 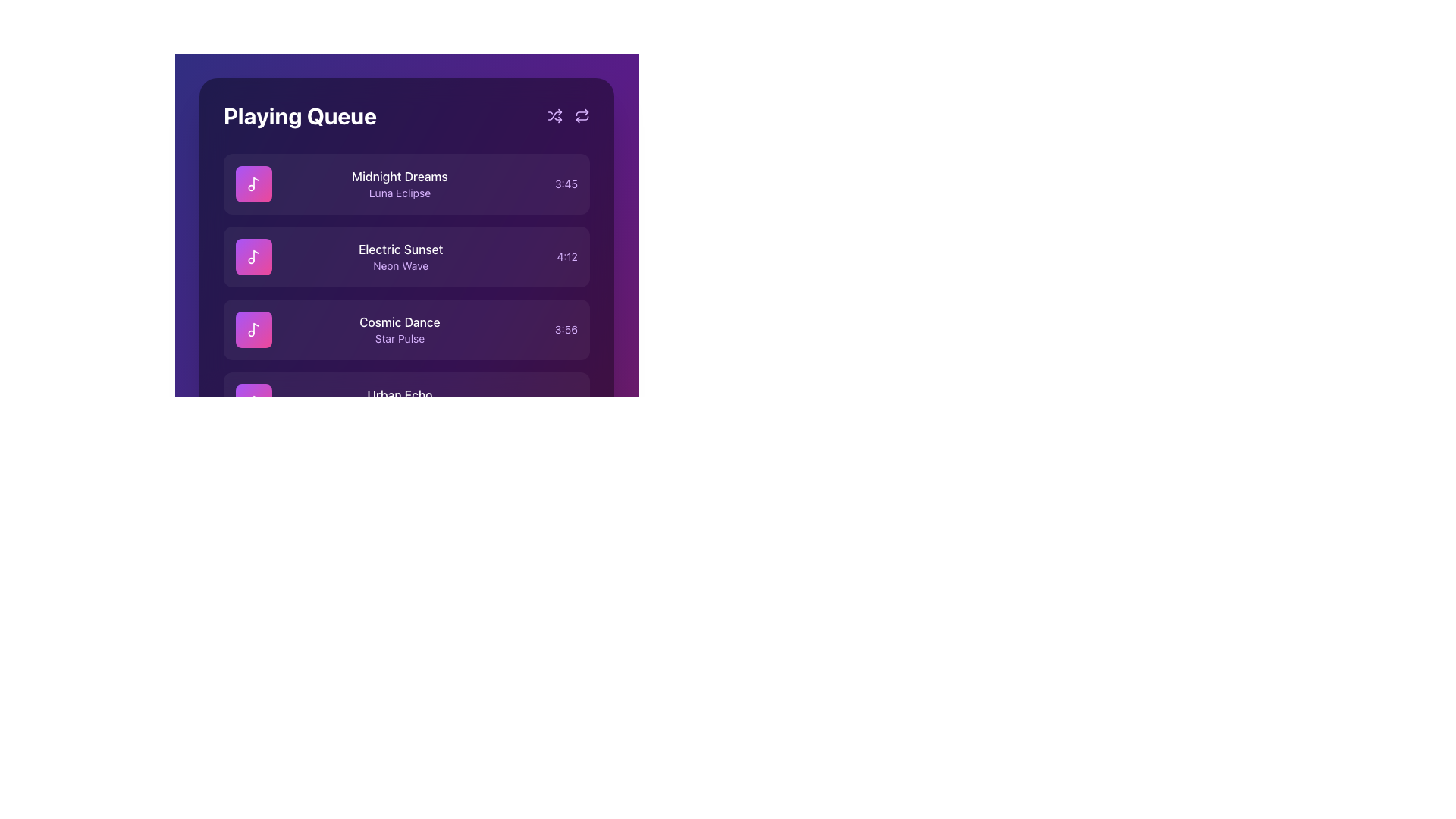 What do you see at coordinates (582, 115) in the screenshot?
I see `the refresh button, which is a purple icon with a circular arrow located in the upper right corner of the 'Playing Queue' interface` at bounding box center [582, 115].